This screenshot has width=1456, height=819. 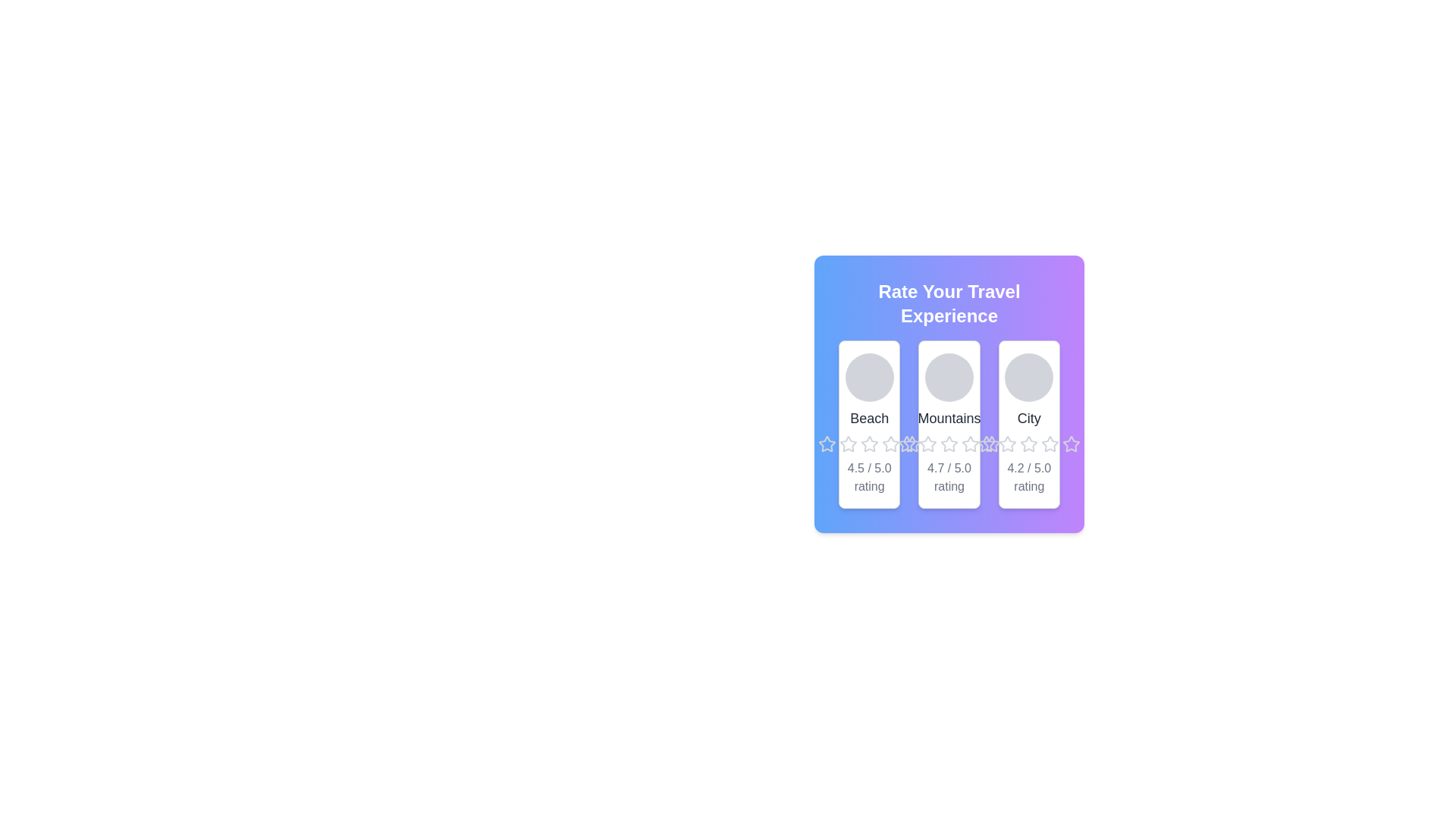 I want to click on over the second star in the rating interface, so click(x=847, y=444).